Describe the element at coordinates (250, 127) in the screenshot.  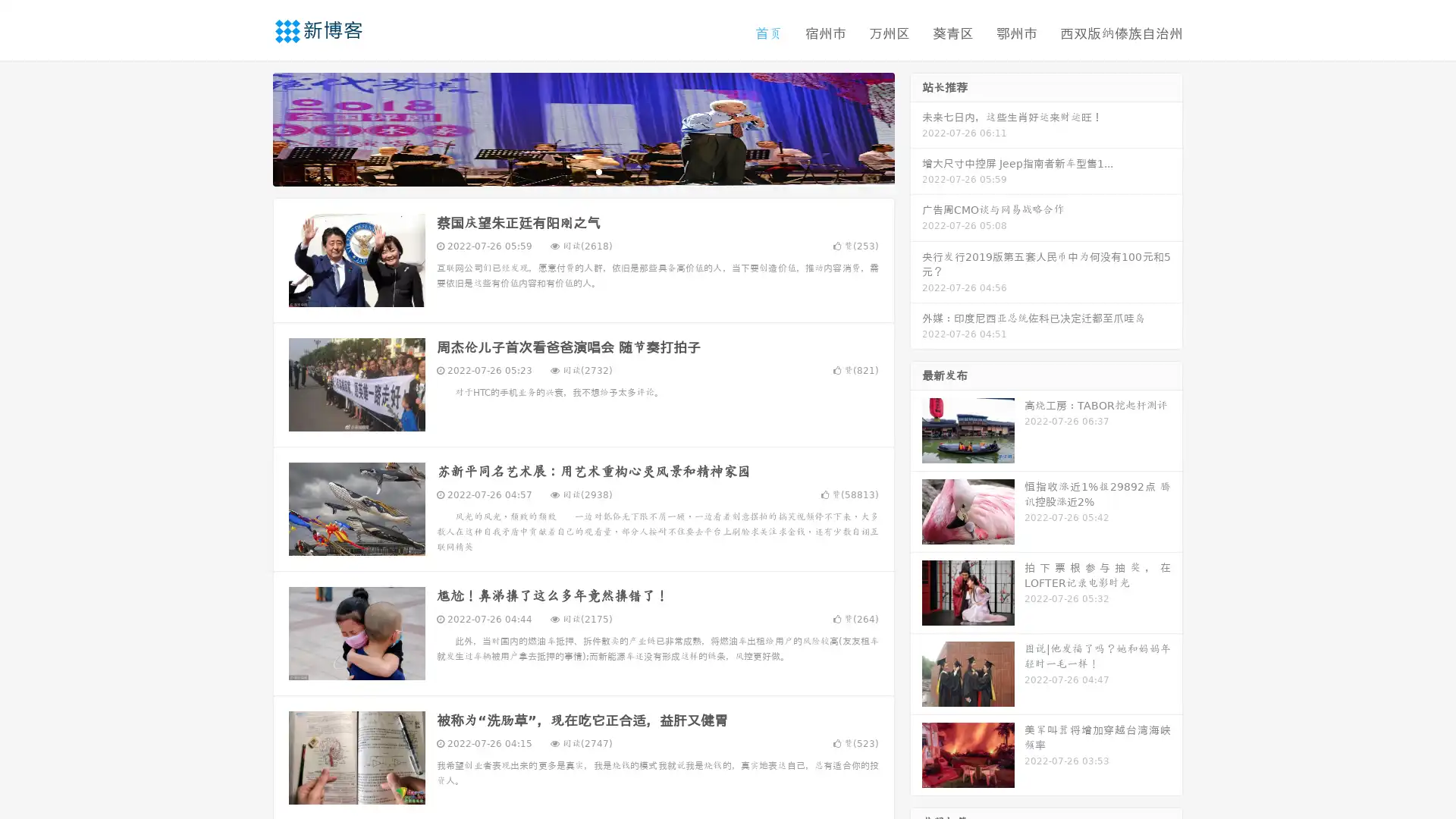
I see `Previous slide` at that location.